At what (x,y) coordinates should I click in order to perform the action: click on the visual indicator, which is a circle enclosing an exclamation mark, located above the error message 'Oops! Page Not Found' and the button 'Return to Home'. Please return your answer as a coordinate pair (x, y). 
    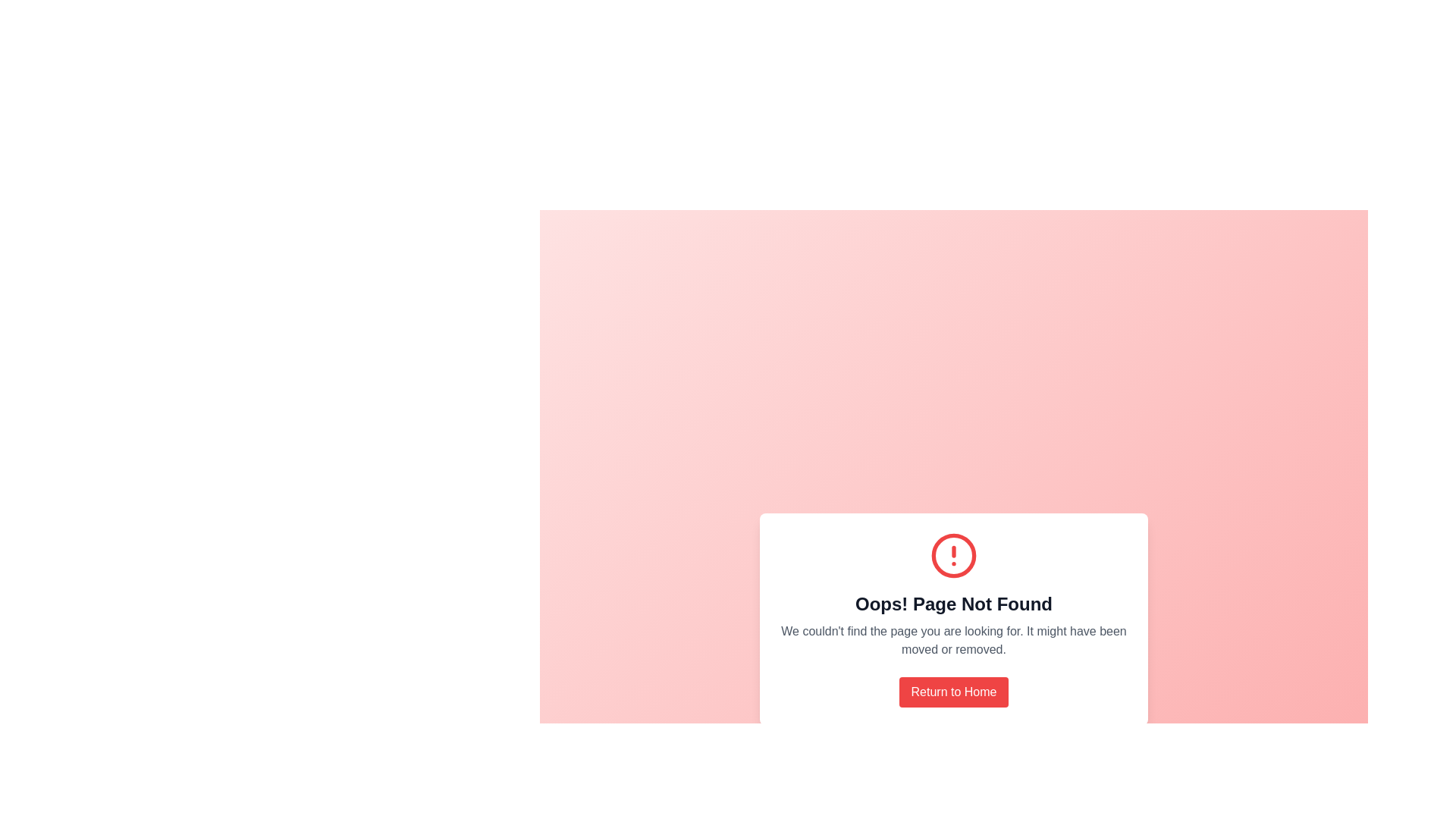
    Looking at the image, I should click on (952, 555).